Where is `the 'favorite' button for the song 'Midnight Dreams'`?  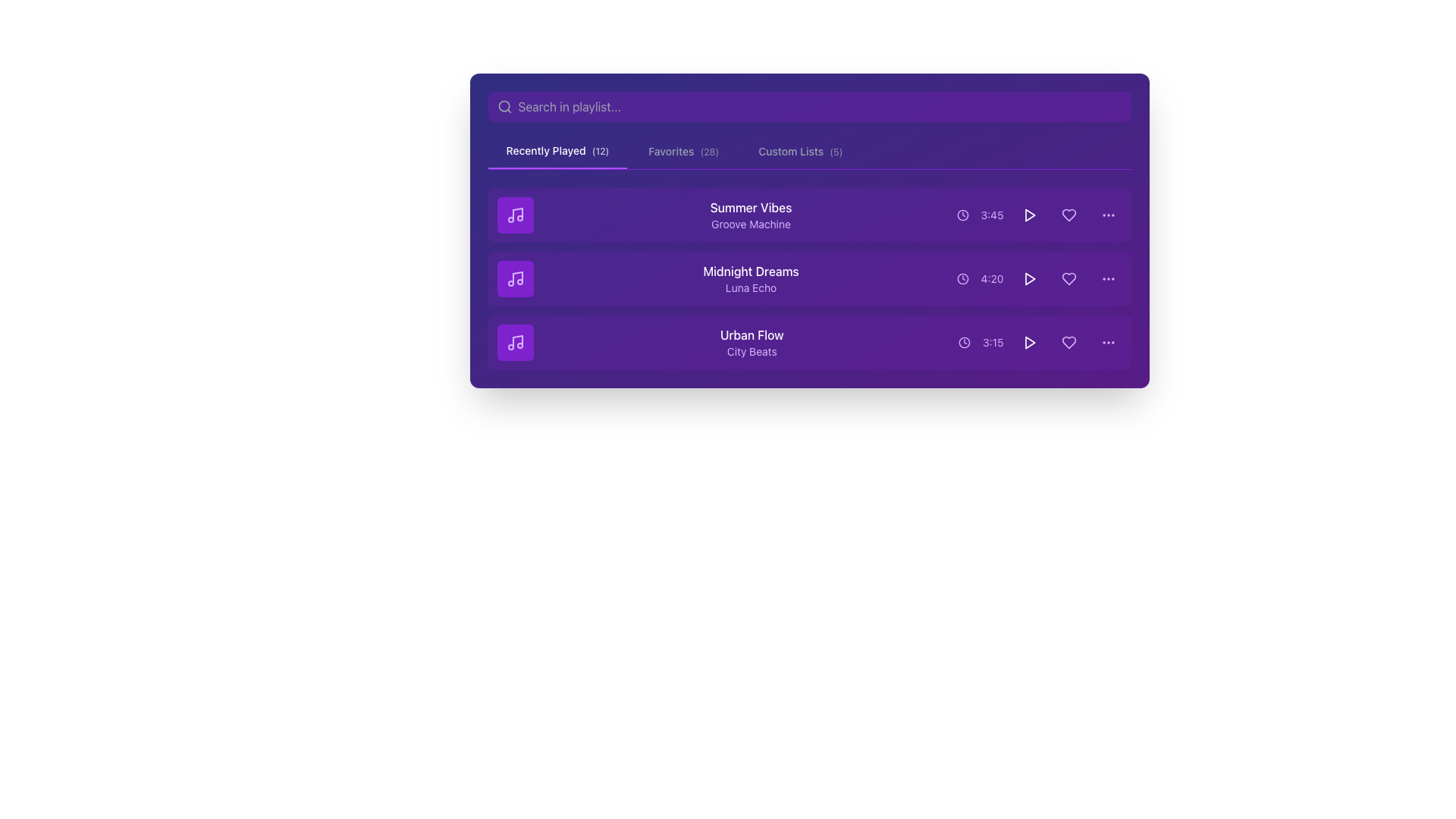 the 'favorite' button for the song 'Midnight Dreams' is located at coordinates (1068, 278).